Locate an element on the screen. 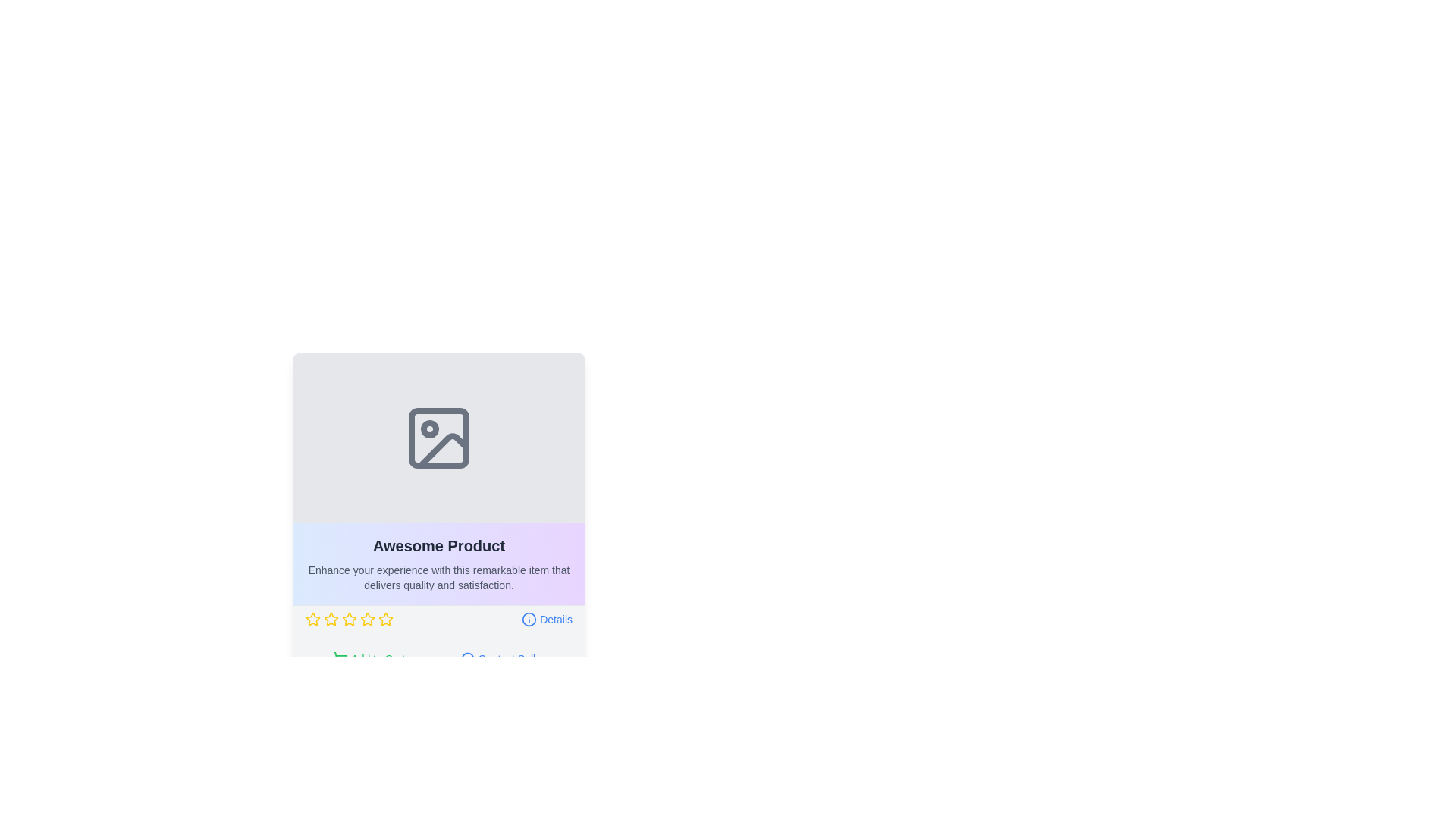 This screenshot has width=1456, height=819. the first yellow star icon in a row of five stars is located at coordinates (312, 619).